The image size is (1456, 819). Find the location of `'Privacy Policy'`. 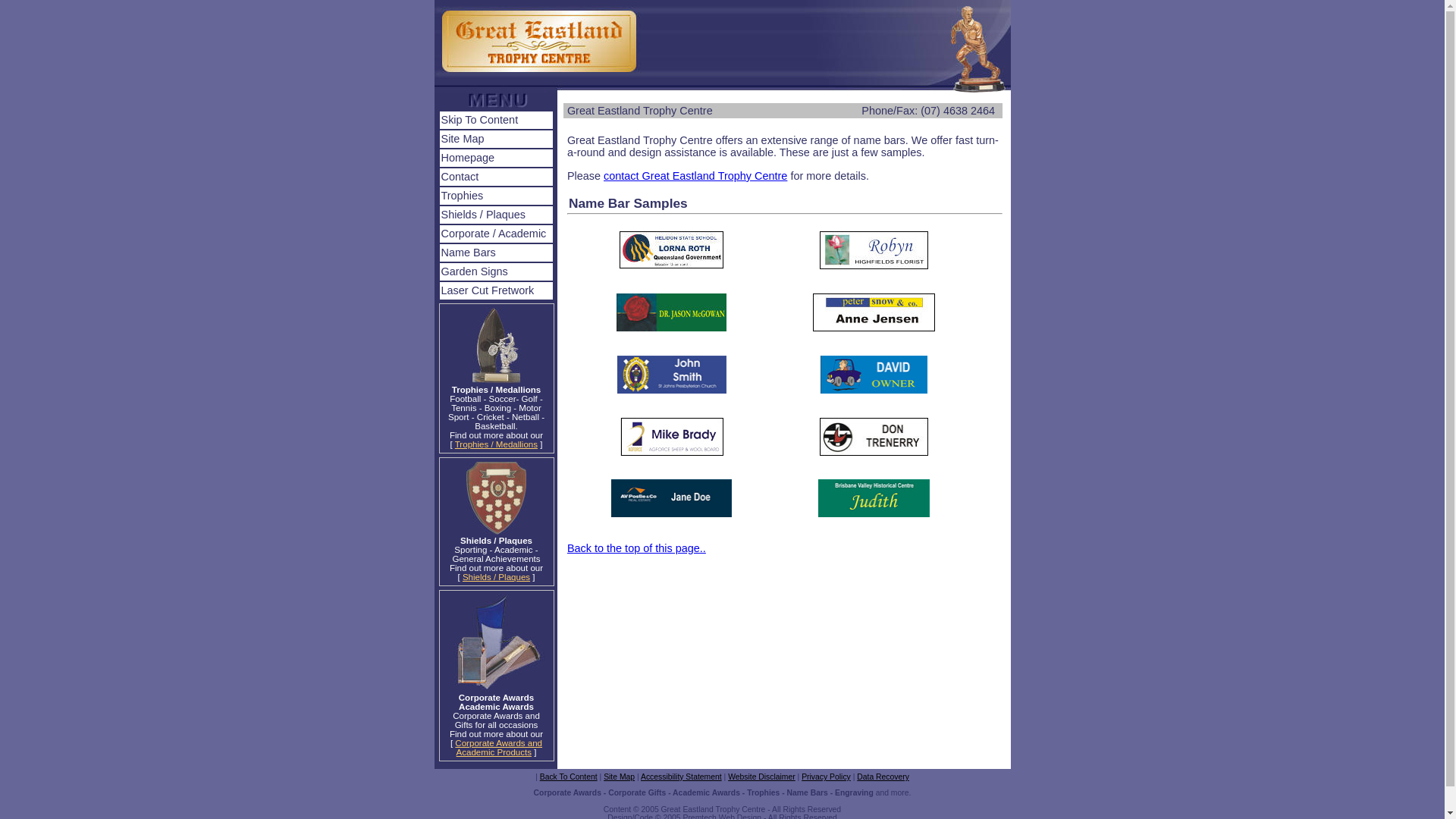

'Privacy Policy' is located at coordinates (800, 777).